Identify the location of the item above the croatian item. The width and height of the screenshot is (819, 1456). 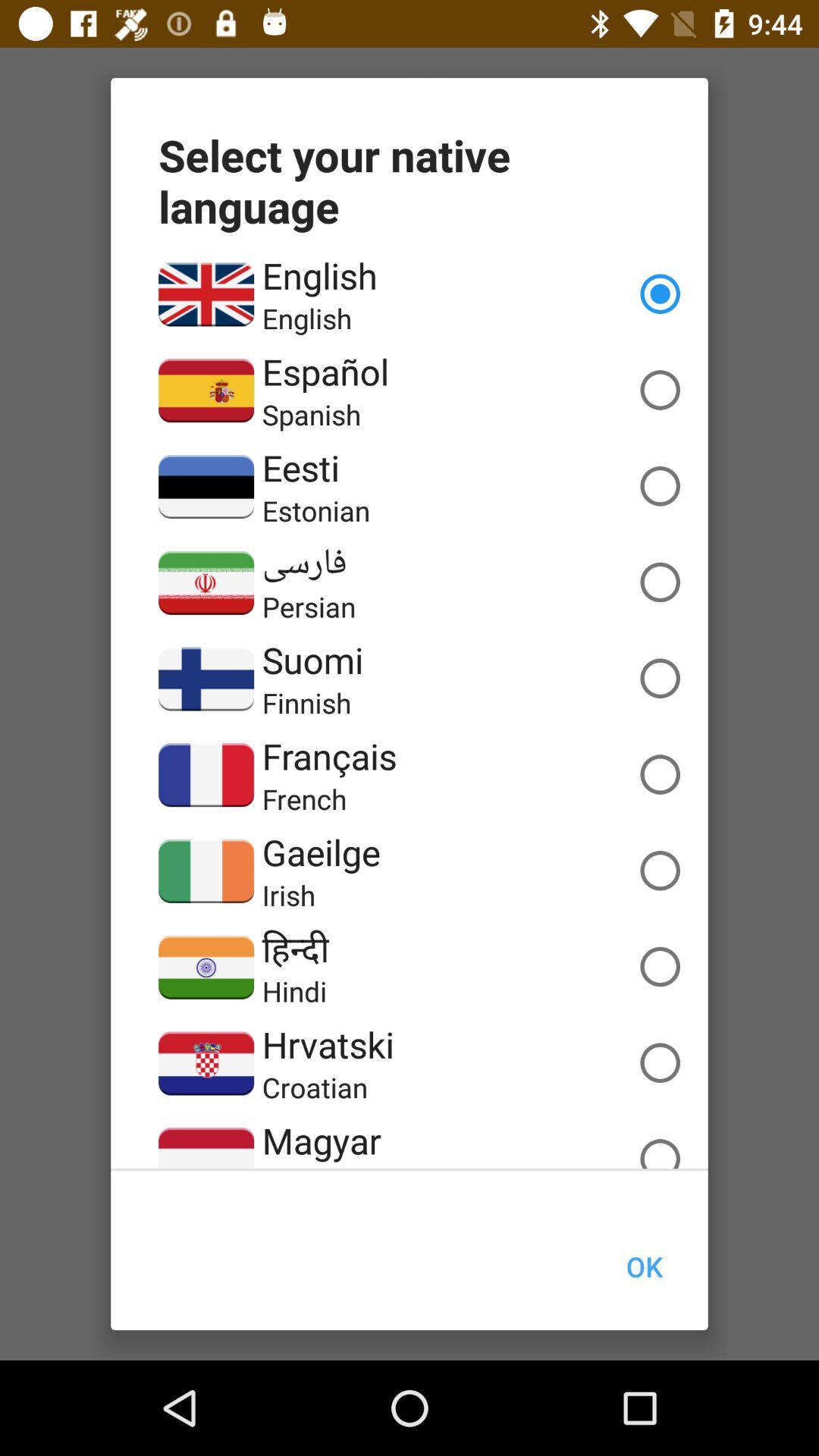
(327, 1043).